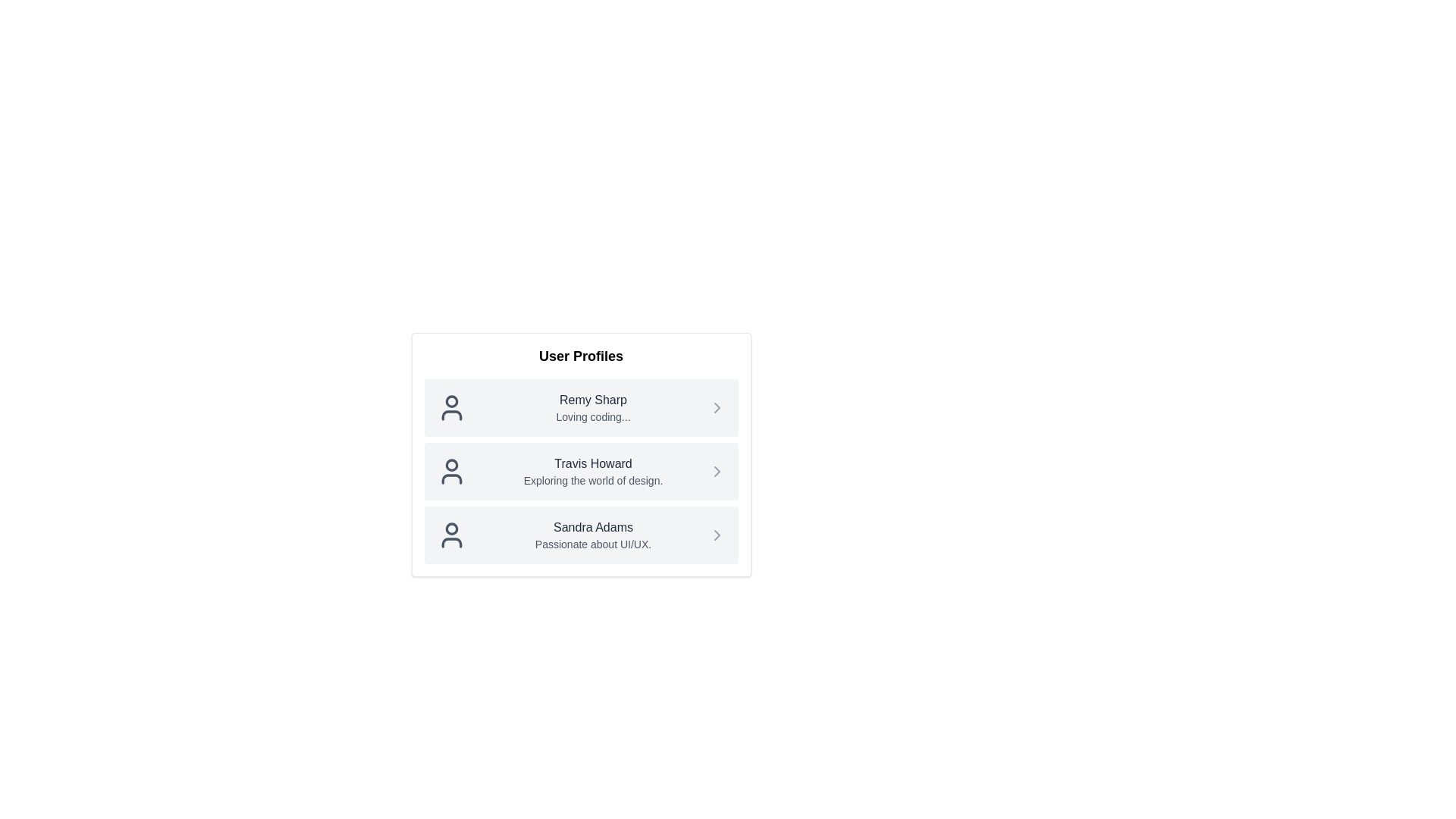 The image size is (1456, 819). I want to click on the Text Display Component for 'Travis Howard', which features the name in bold and a description below it, positioned as the second profile entry under 'User Profiles', so click(592, 470).